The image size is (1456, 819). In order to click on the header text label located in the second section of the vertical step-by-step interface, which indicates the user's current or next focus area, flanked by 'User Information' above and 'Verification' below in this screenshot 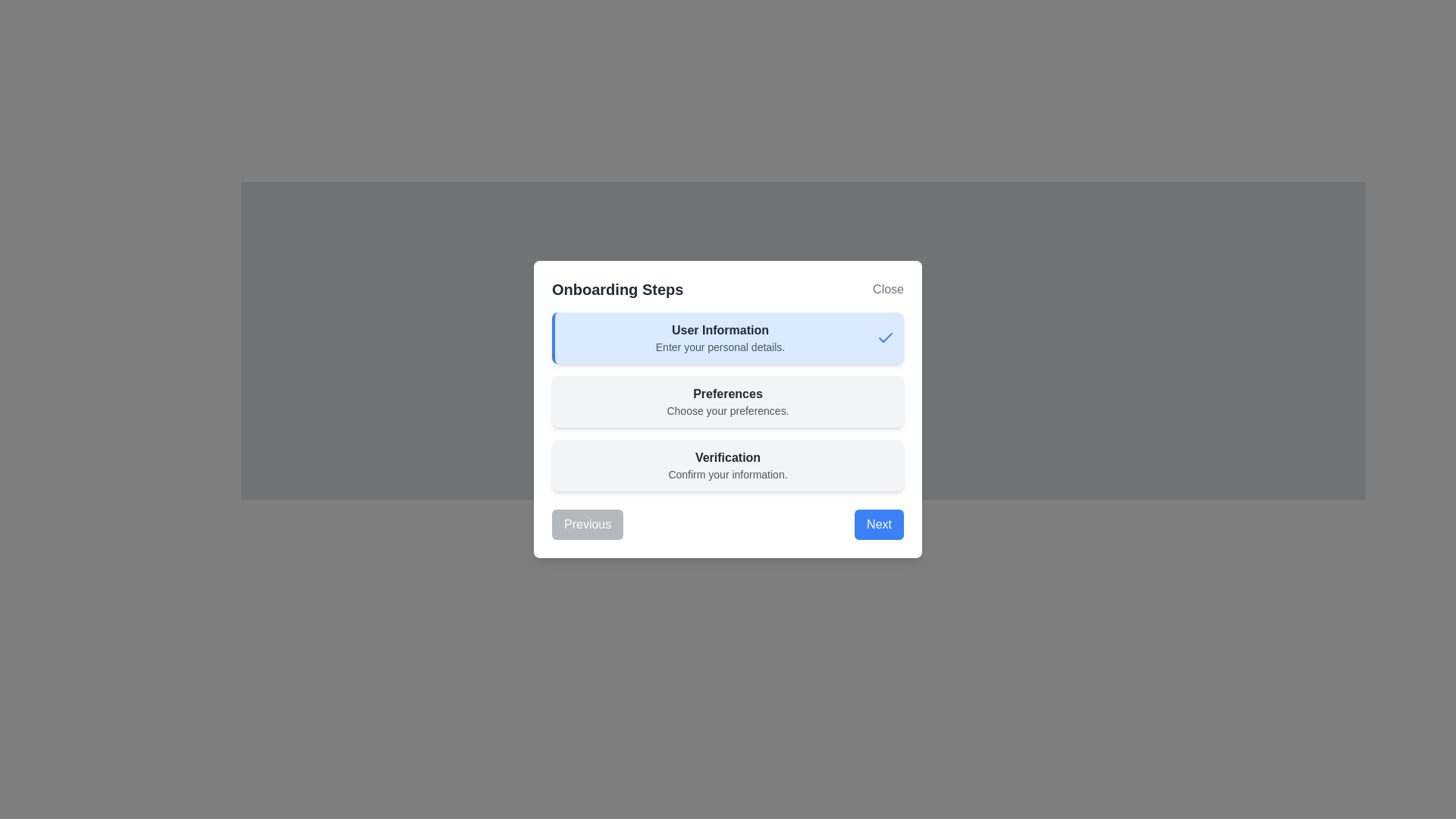, I will do `click(728, 394)`.